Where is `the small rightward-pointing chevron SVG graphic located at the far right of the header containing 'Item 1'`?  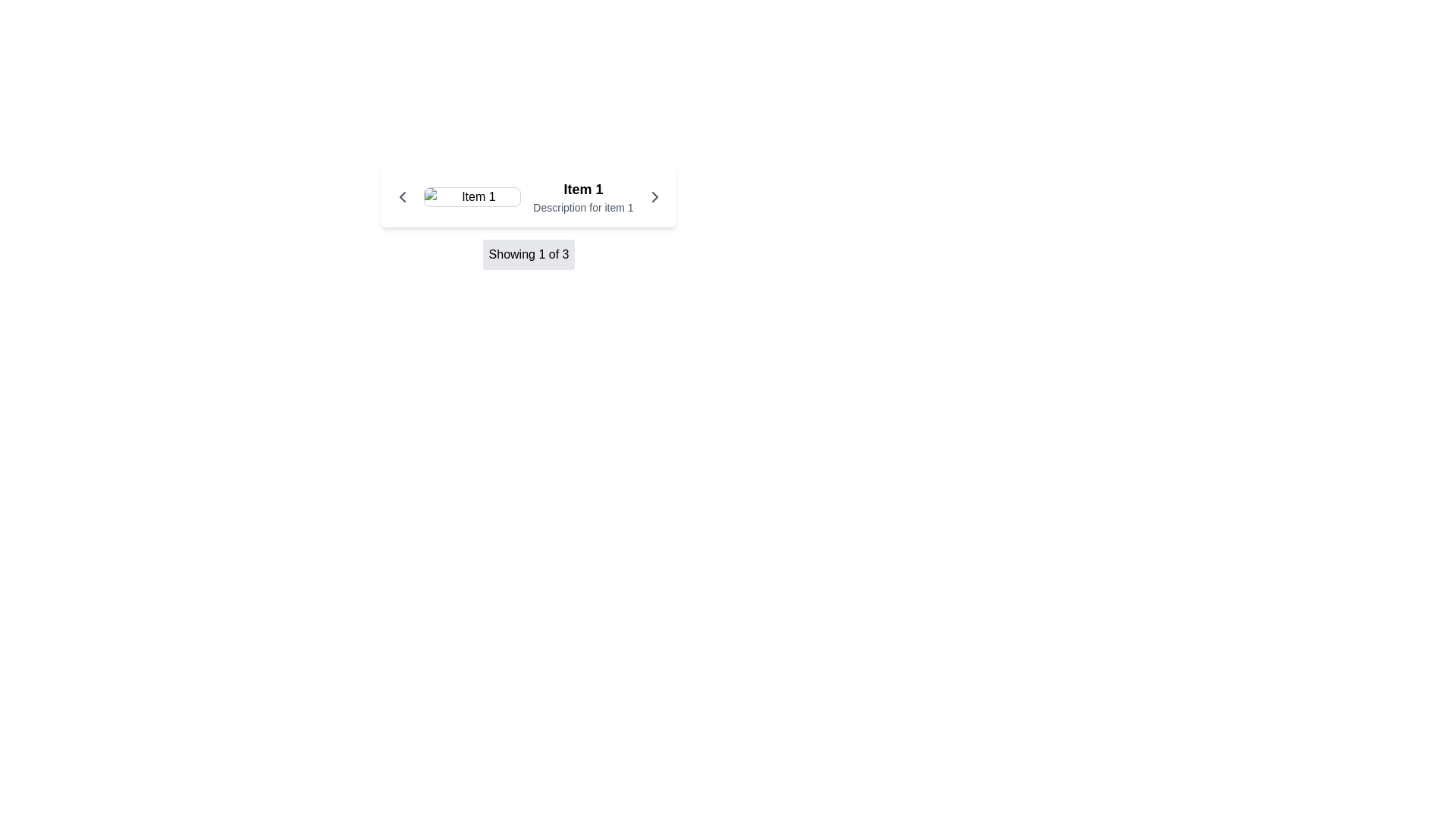
the small rightward-pointing chevron SVG graphic located at the far right of the header containing 'Item 1' is located at coordinates (654, 196).